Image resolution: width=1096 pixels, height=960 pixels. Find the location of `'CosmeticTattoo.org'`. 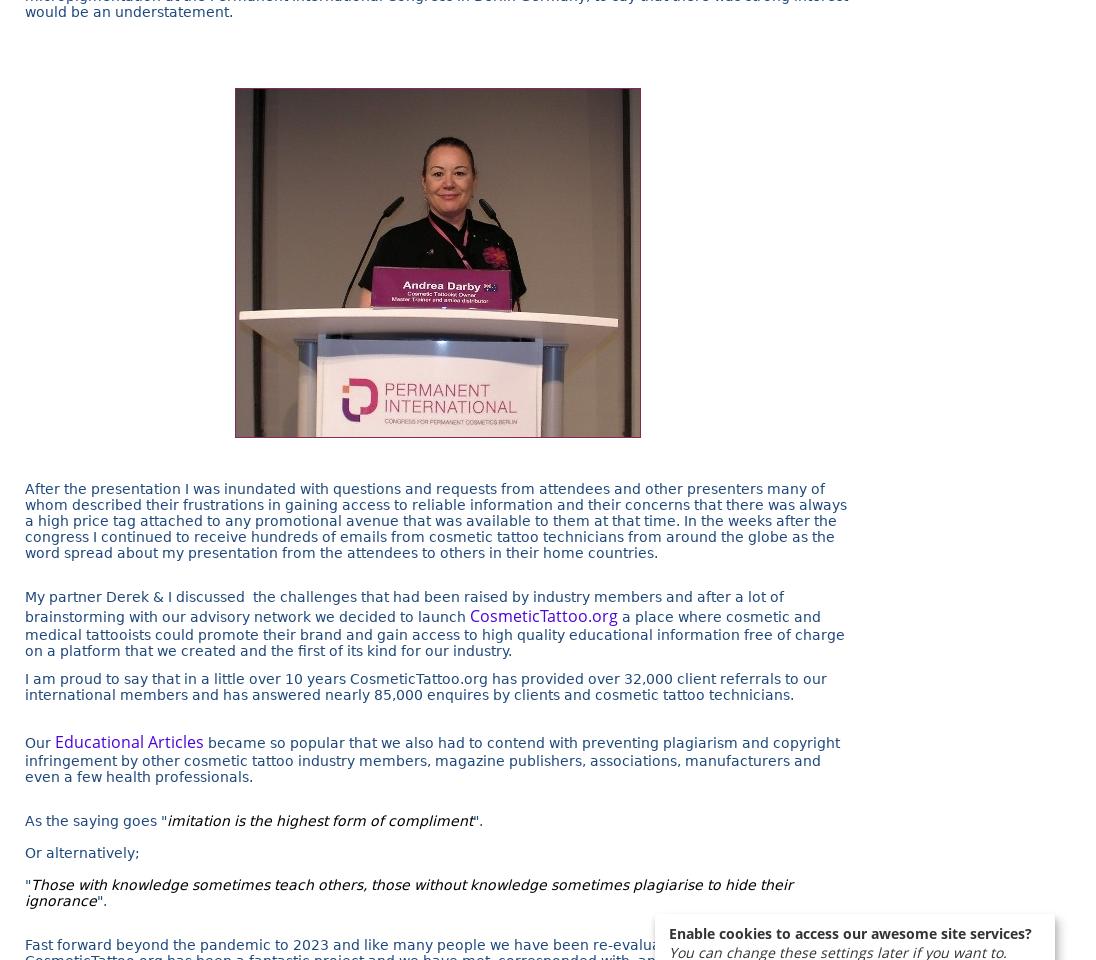

'CosmeticTattoo.org' is located at coordinates (544, 613).